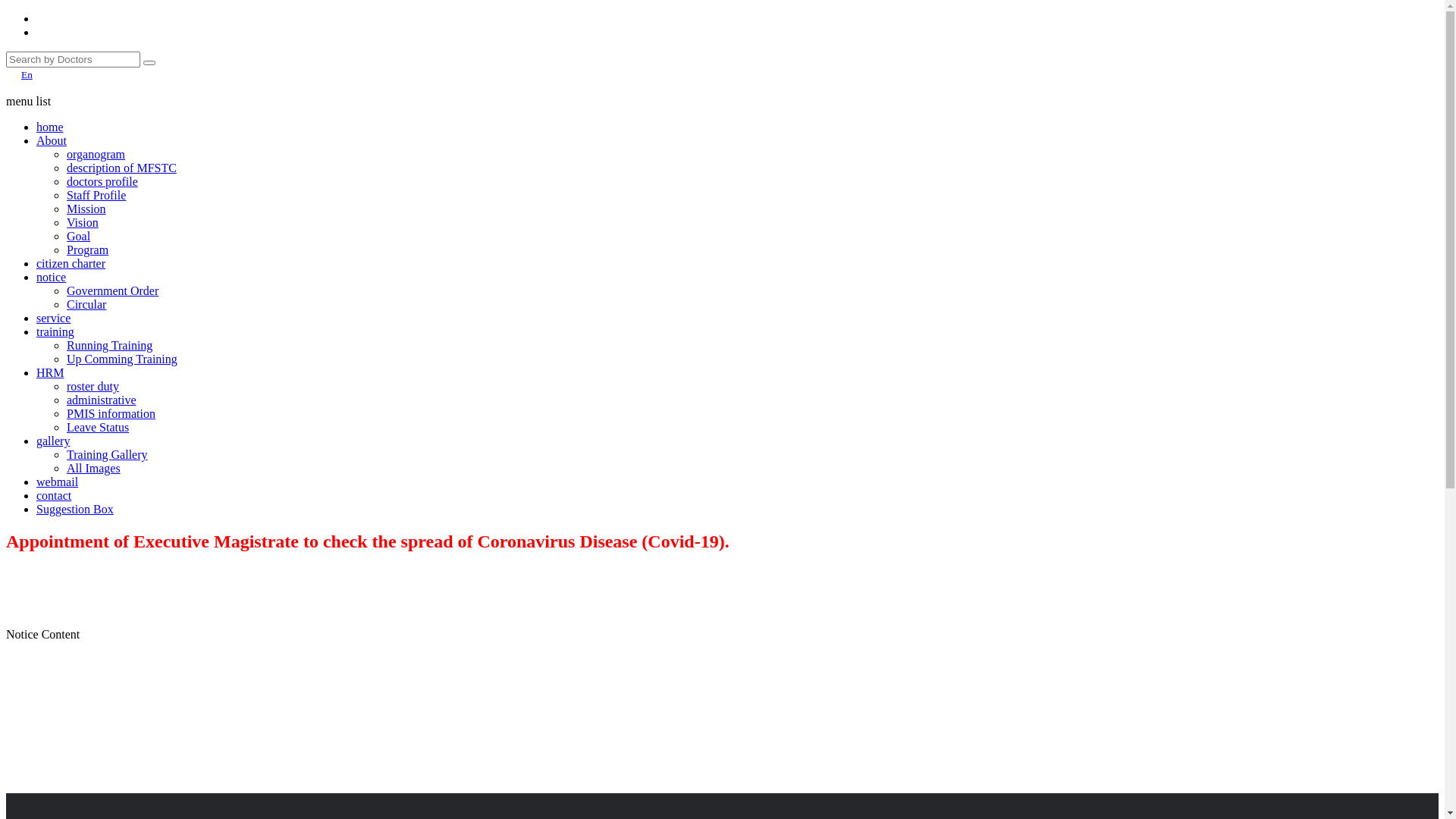  What do you see at coordinates (36, 495) in the screenshot?
I see `'contact'` at bounding box center [36, 495].